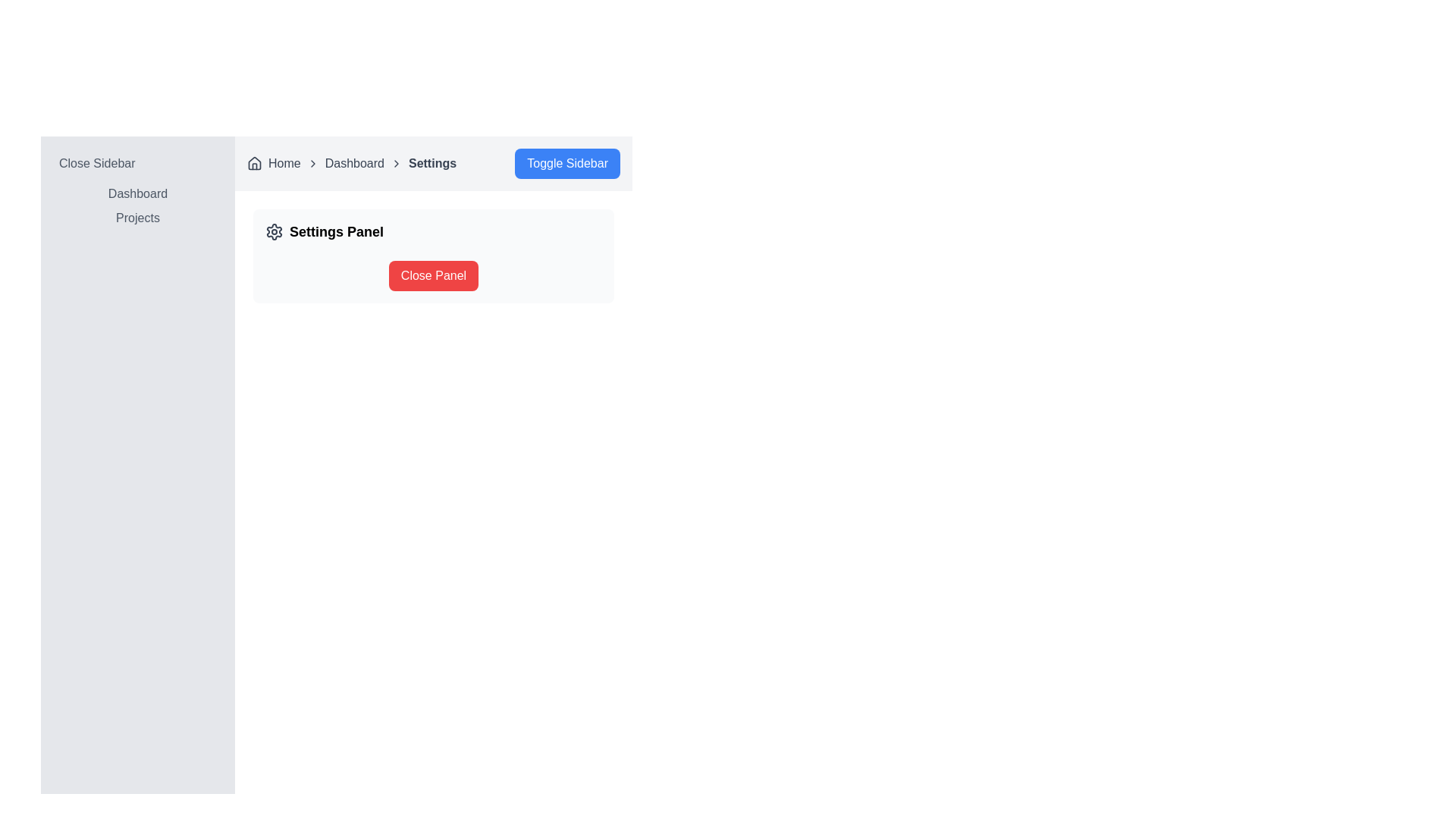  I want to click on the 'Dashboard' hyperlink in the breadcrumb navigation, so click(353, 164).